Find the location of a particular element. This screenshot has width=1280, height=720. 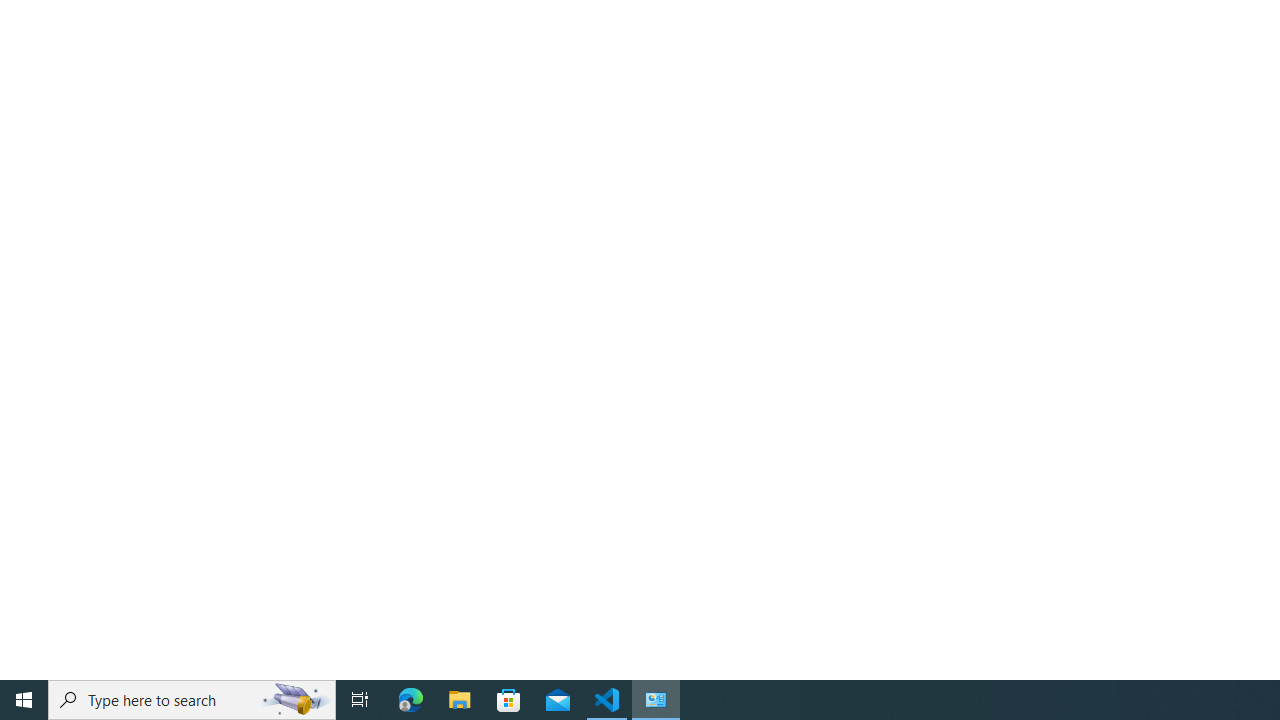

'Microsoft Store' is located at coordinates (509, 698).